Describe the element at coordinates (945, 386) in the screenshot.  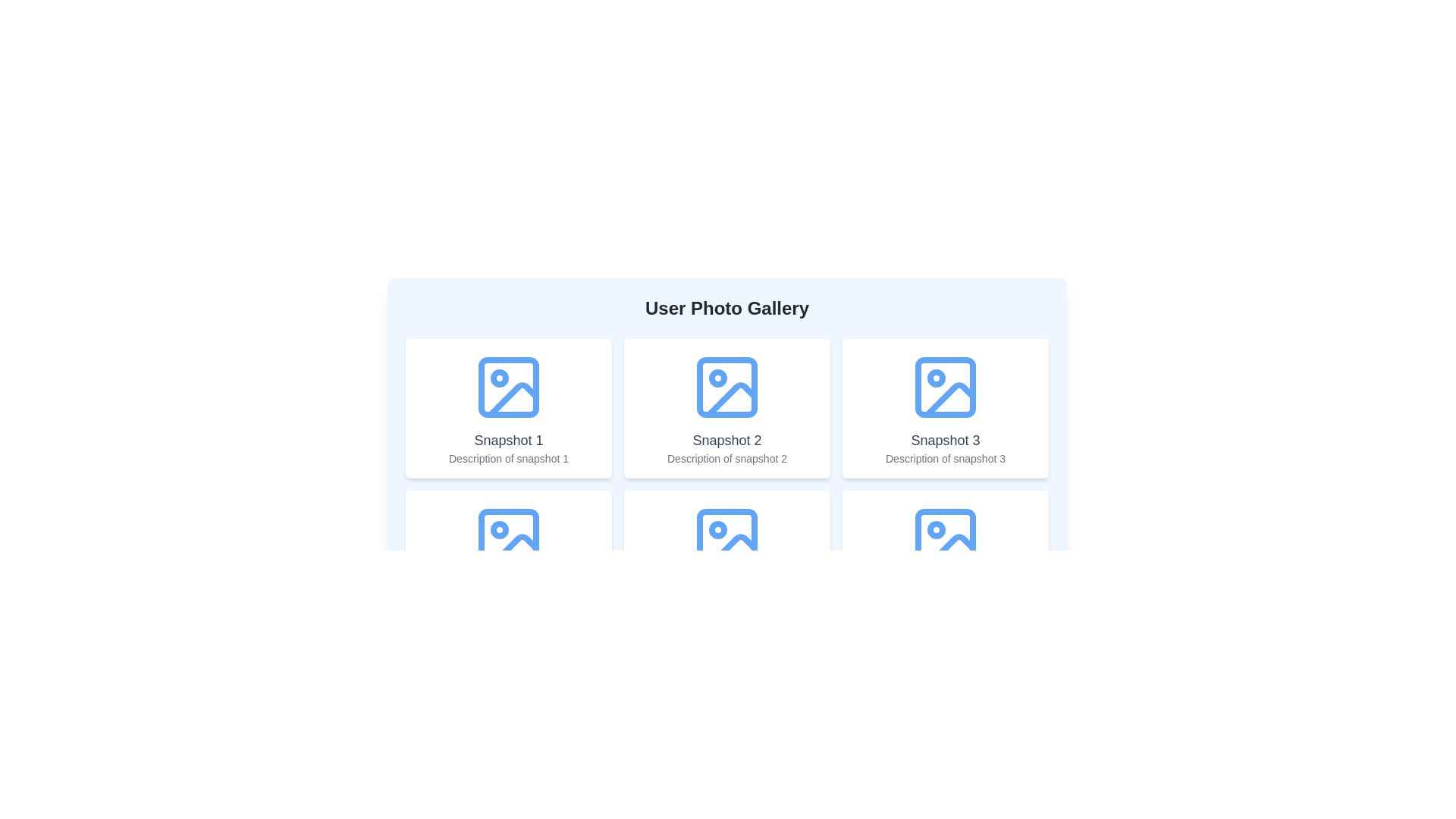
I see `the icon resembling an image or photo frame with a blue outline, located in the top-center area of the card labeled 'Snapshot 3'` at that location.